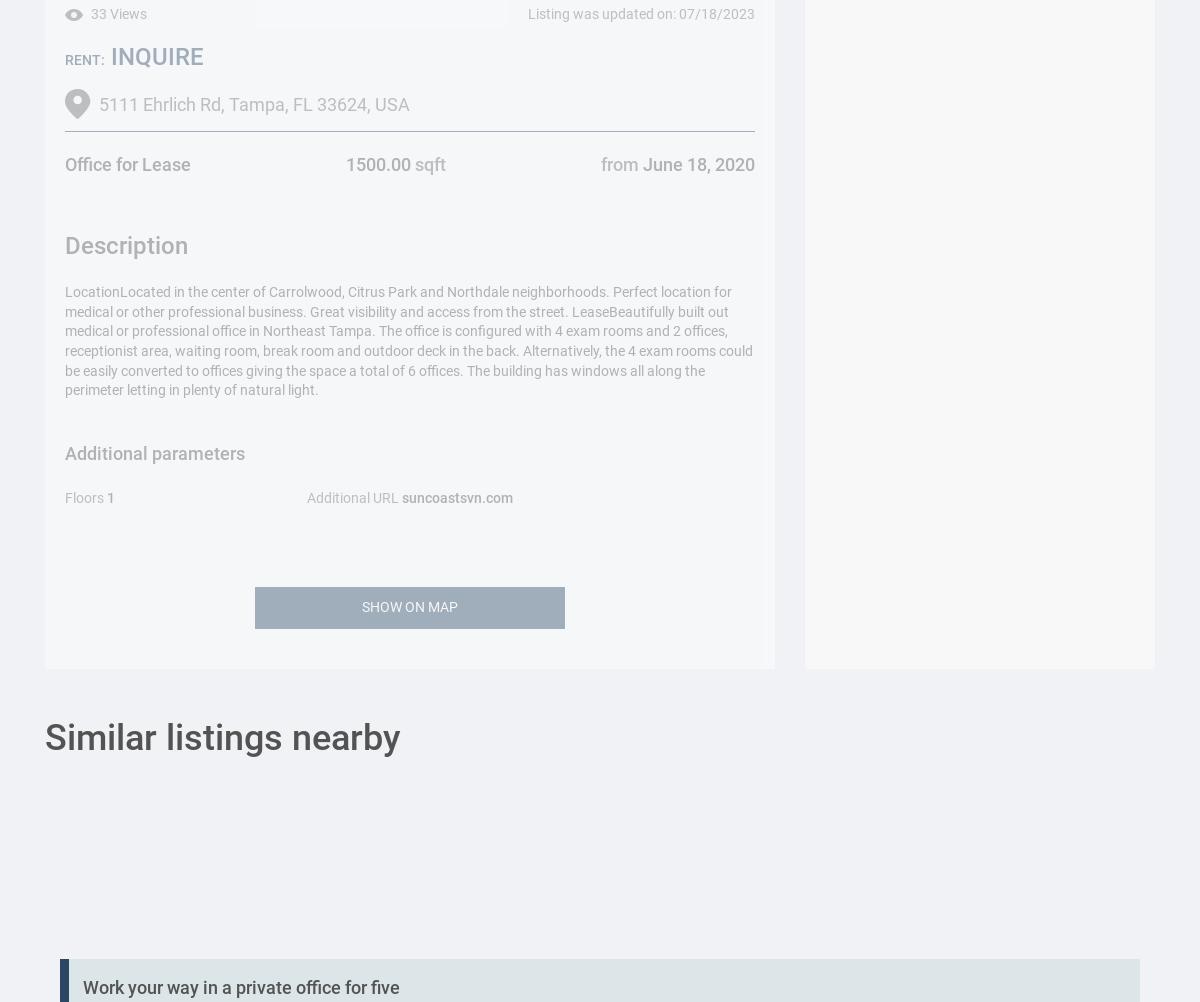 The width and height of the screenshot is (1200, 1002). I want to click on 'INQUIRE', so click(156, 56).